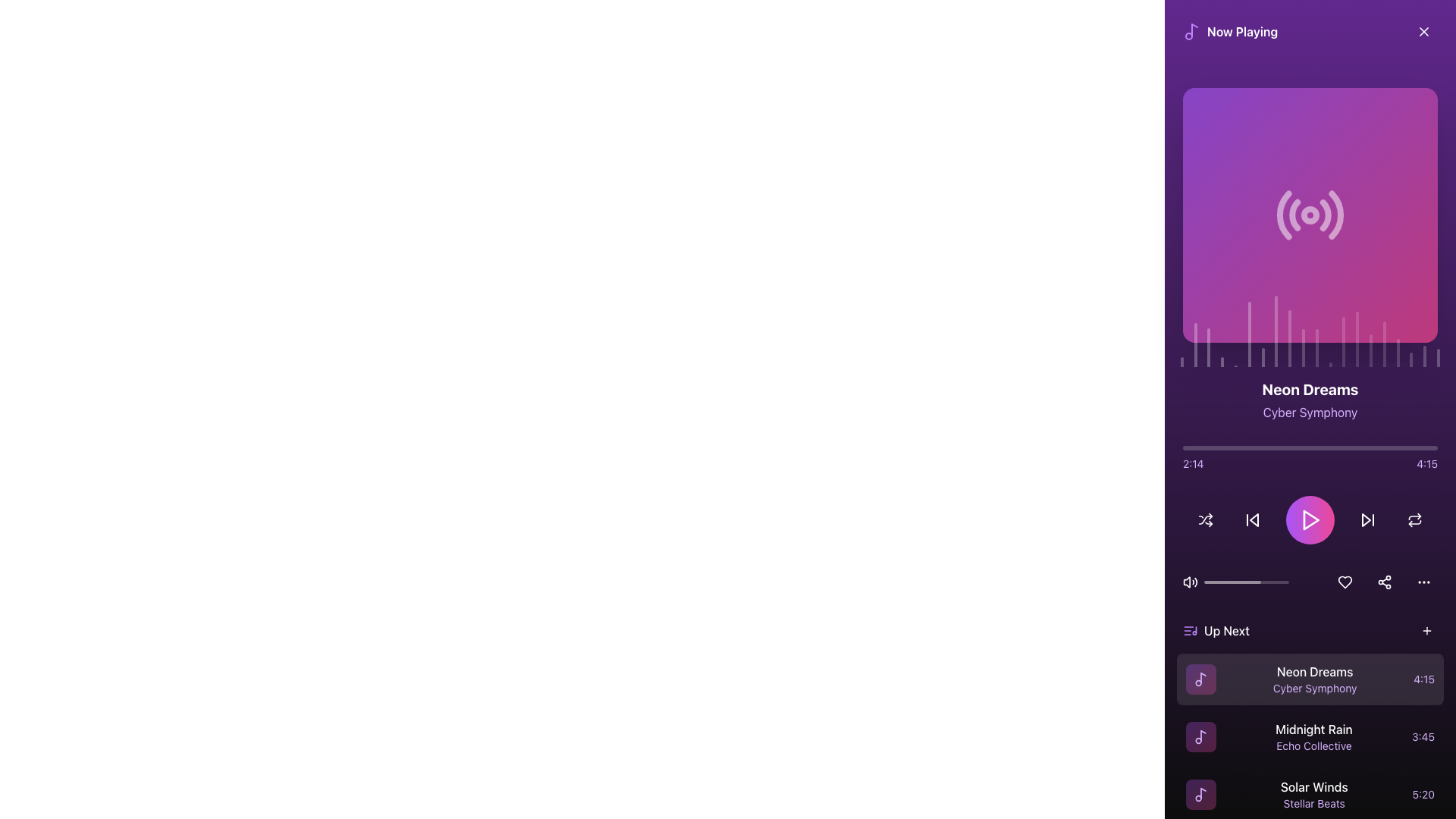 The image size is (1456, 819). Describe the element at coordinates (1202, 677) in the screenshot. I see `the thin, curved purple vector graphic that is part of a music note icon, located on the right side of the 'Neon Dreams' list item in a playlist interface` at that location.